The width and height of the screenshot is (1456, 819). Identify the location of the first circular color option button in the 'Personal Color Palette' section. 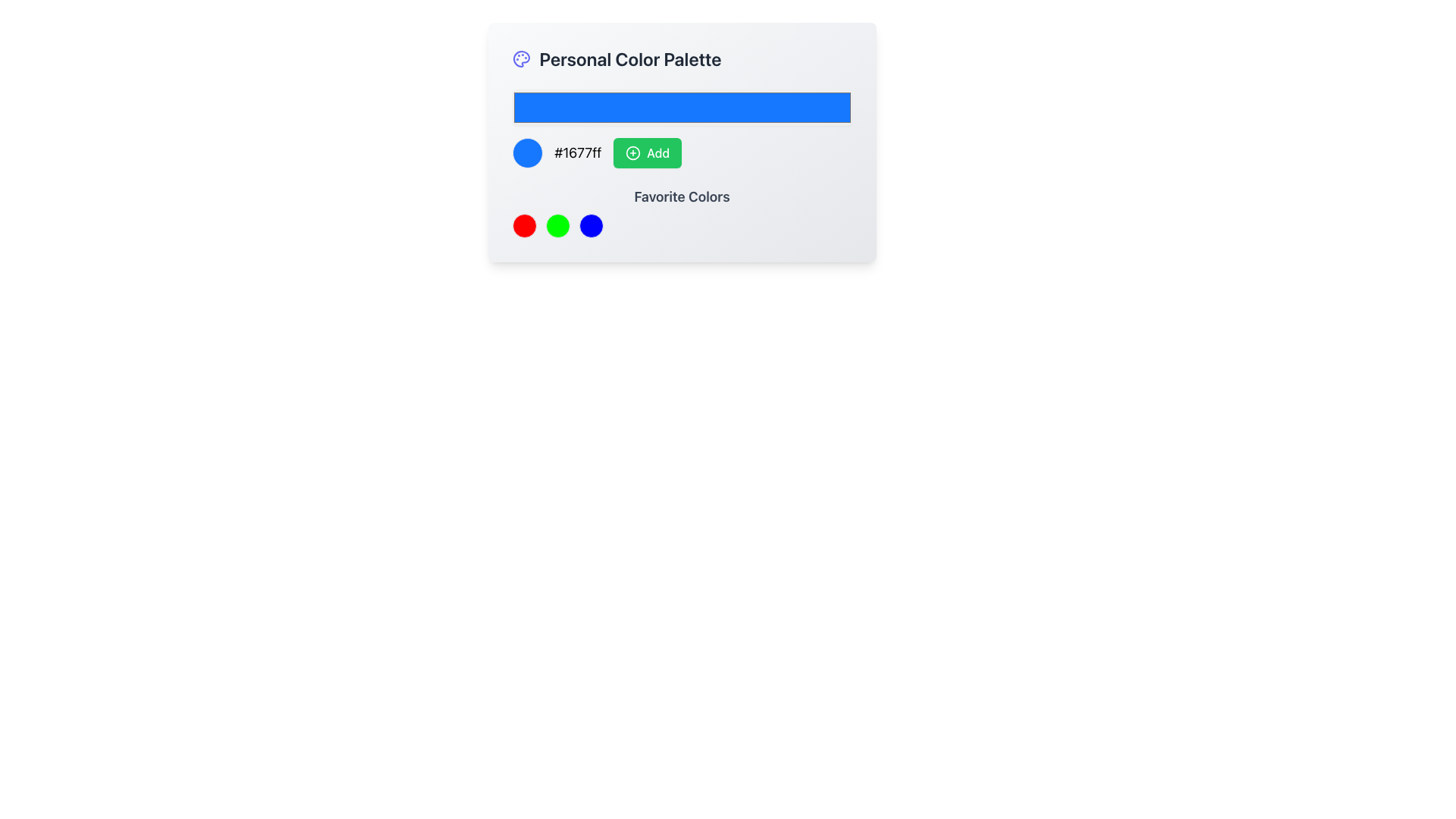
(524, 225).